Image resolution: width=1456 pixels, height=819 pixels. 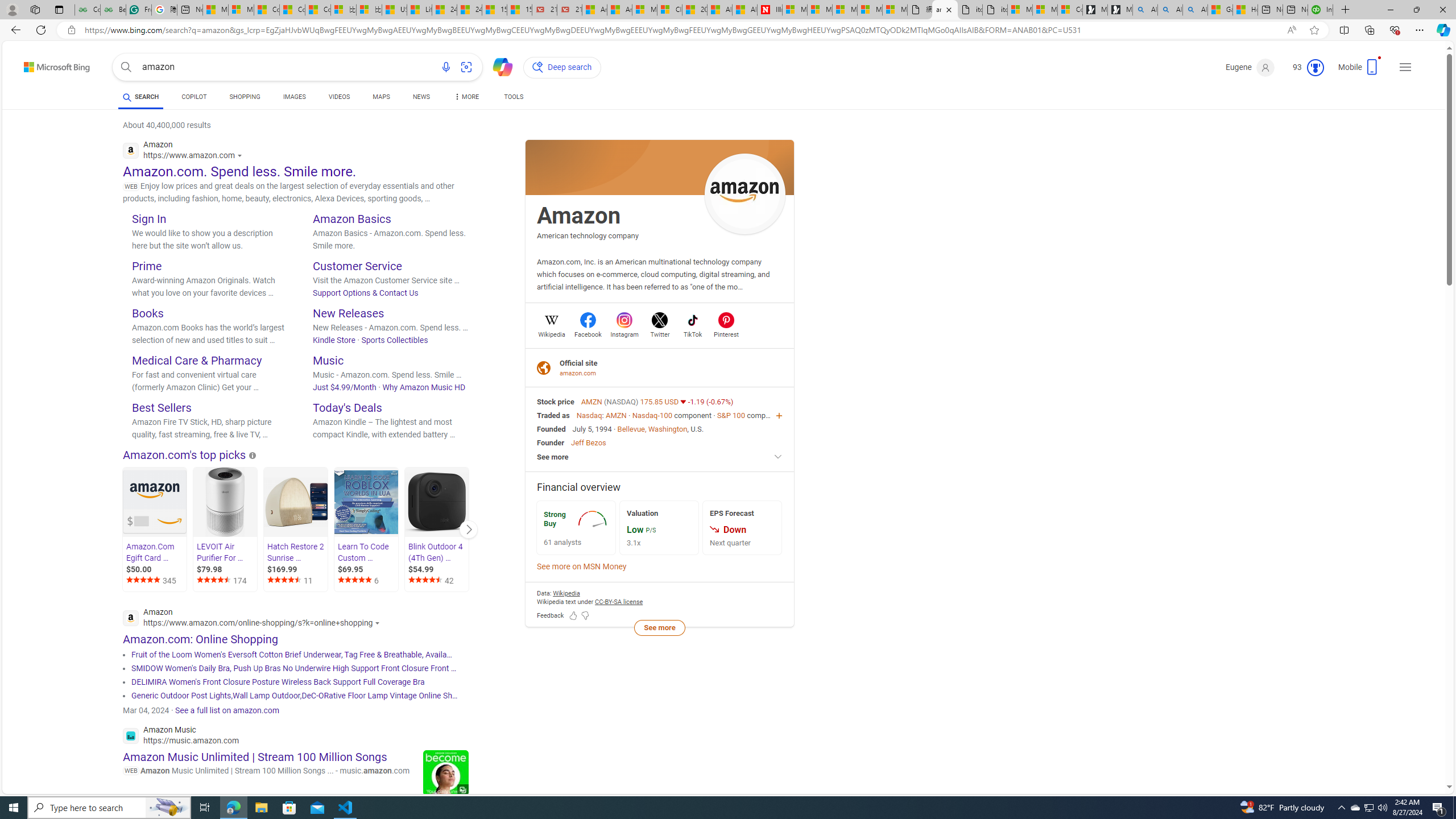 What do you see at coordinates (659, 527) in the screenshot?
I see `'Valuation Low P/S 3.1x'` at bounding box center [659, 527].